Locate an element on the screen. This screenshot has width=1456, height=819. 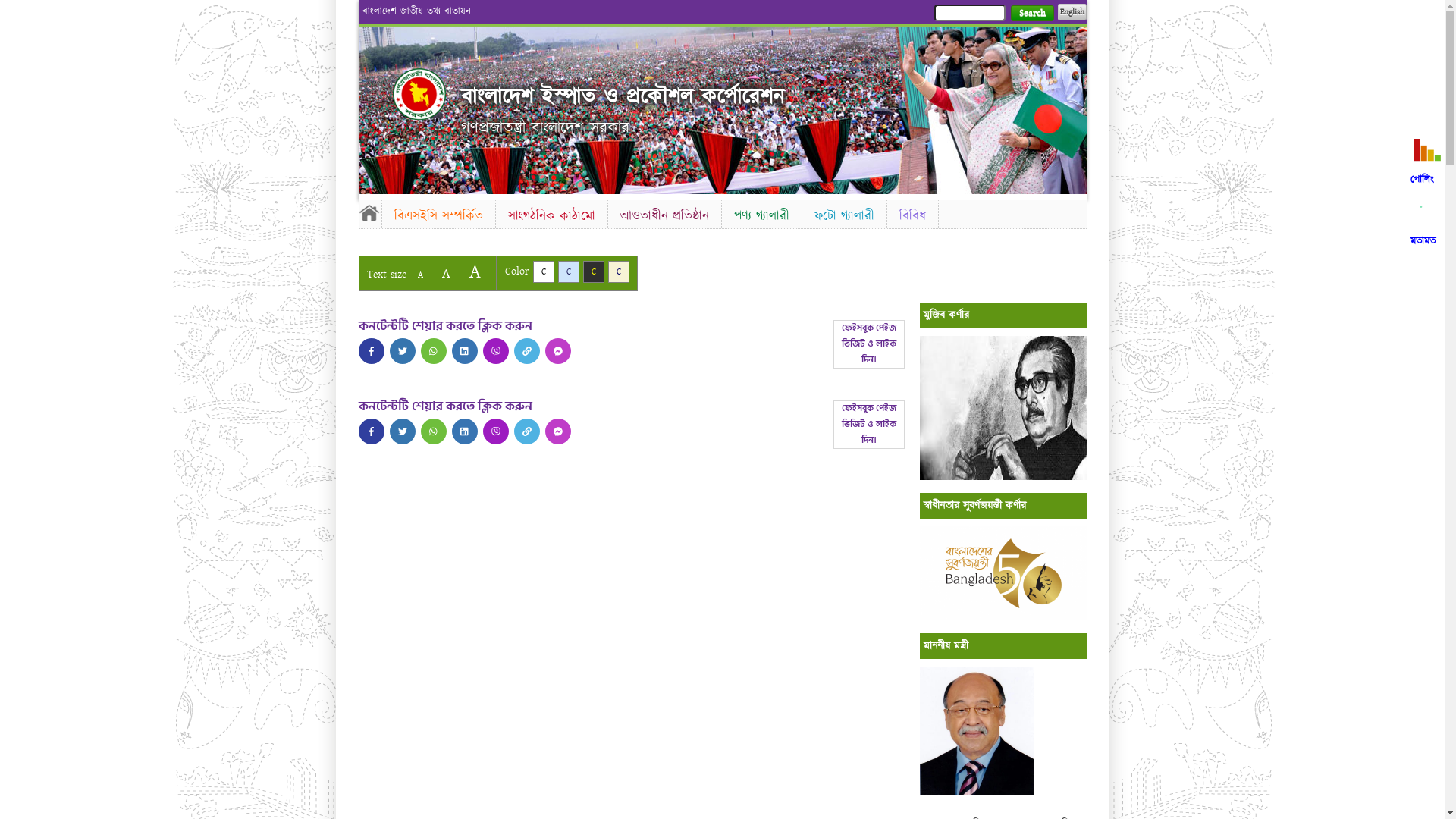
'English' is located at coordinates (1070, 11).